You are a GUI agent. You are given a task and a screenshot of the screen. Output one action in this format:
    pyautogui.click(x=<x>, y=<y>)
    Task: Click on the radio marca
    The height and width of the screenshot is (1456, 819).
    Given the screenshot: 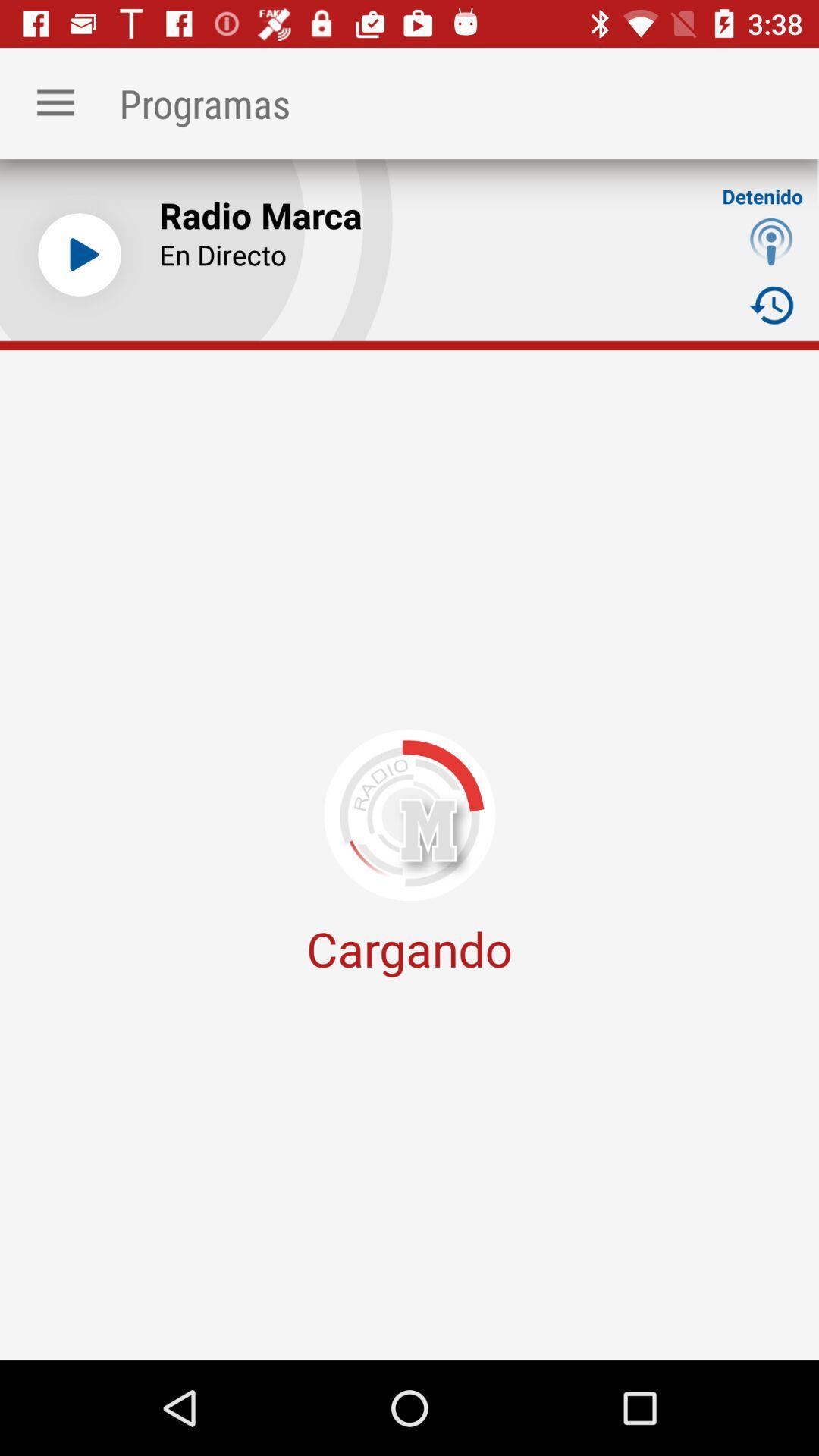 What is the action you would take?
    pyautogui.click(x=79, y=255)
    